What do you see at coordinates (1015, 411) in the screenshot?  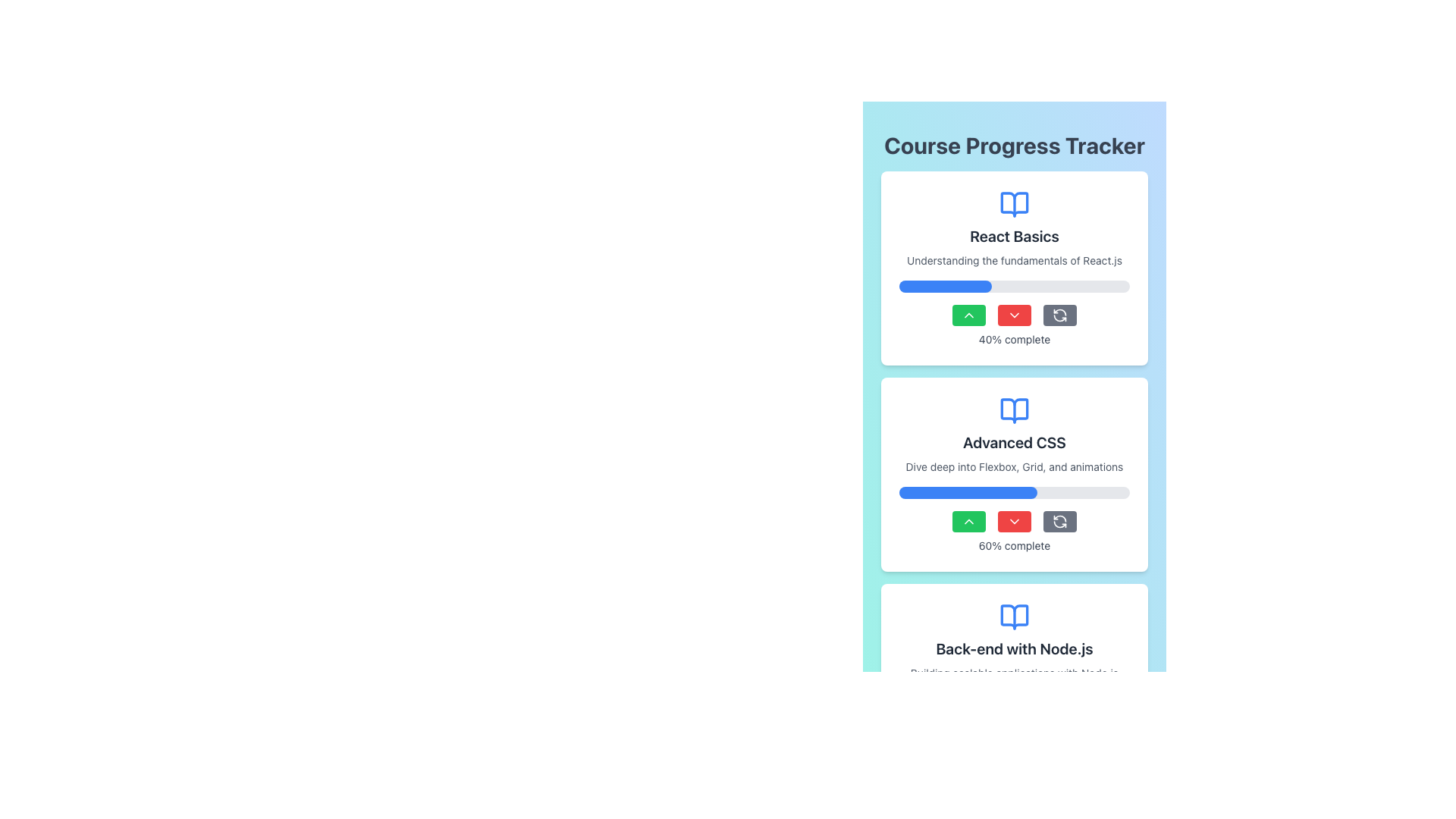 I see `the decorative icon representing the 'Advanced CSS' course section, which is located at the top of the section card between the title and the upper border` at bounding box center [1015, 411].